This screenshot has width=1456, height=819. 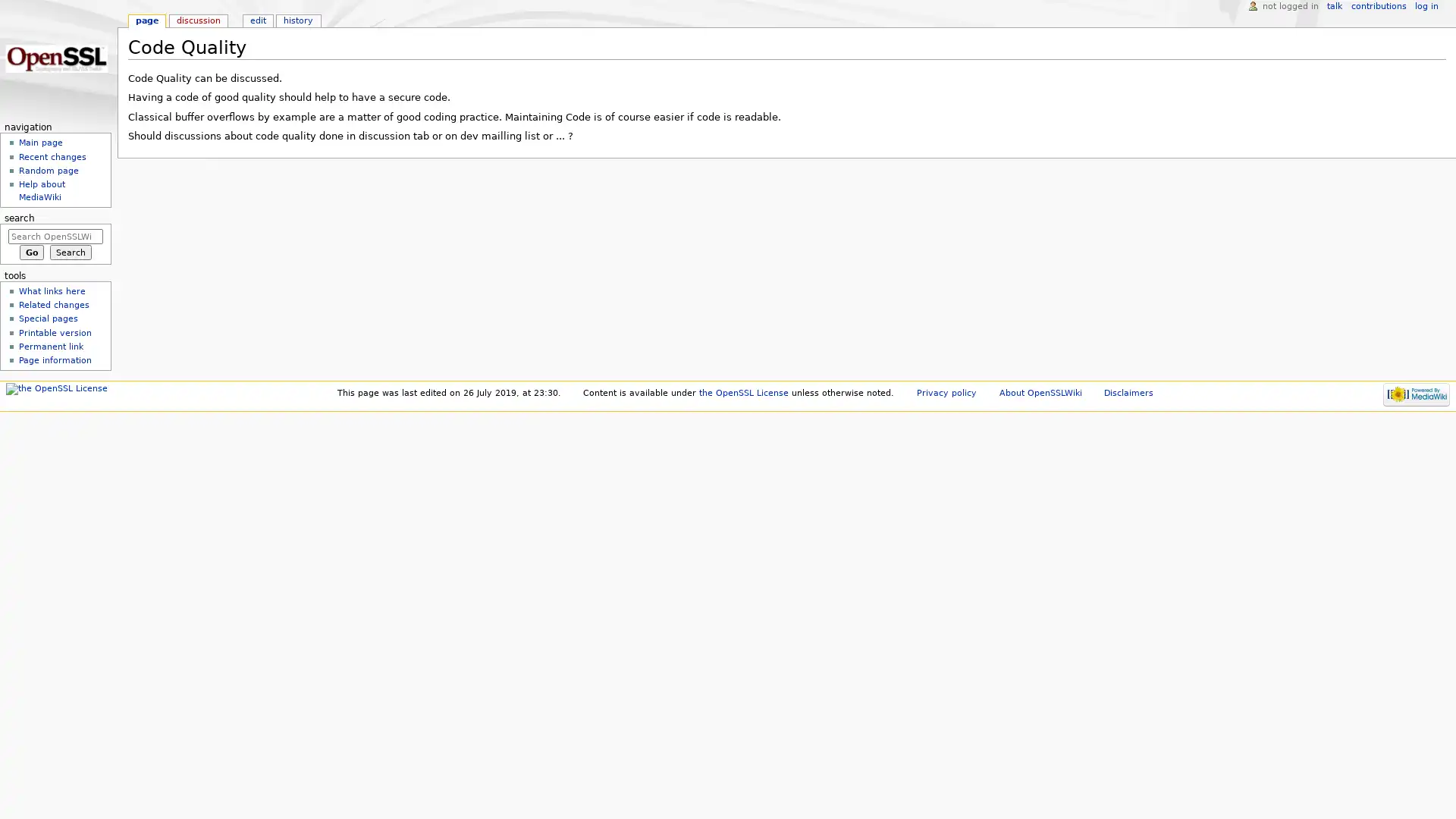 I want to click on Go, so click(x=31, y=251).